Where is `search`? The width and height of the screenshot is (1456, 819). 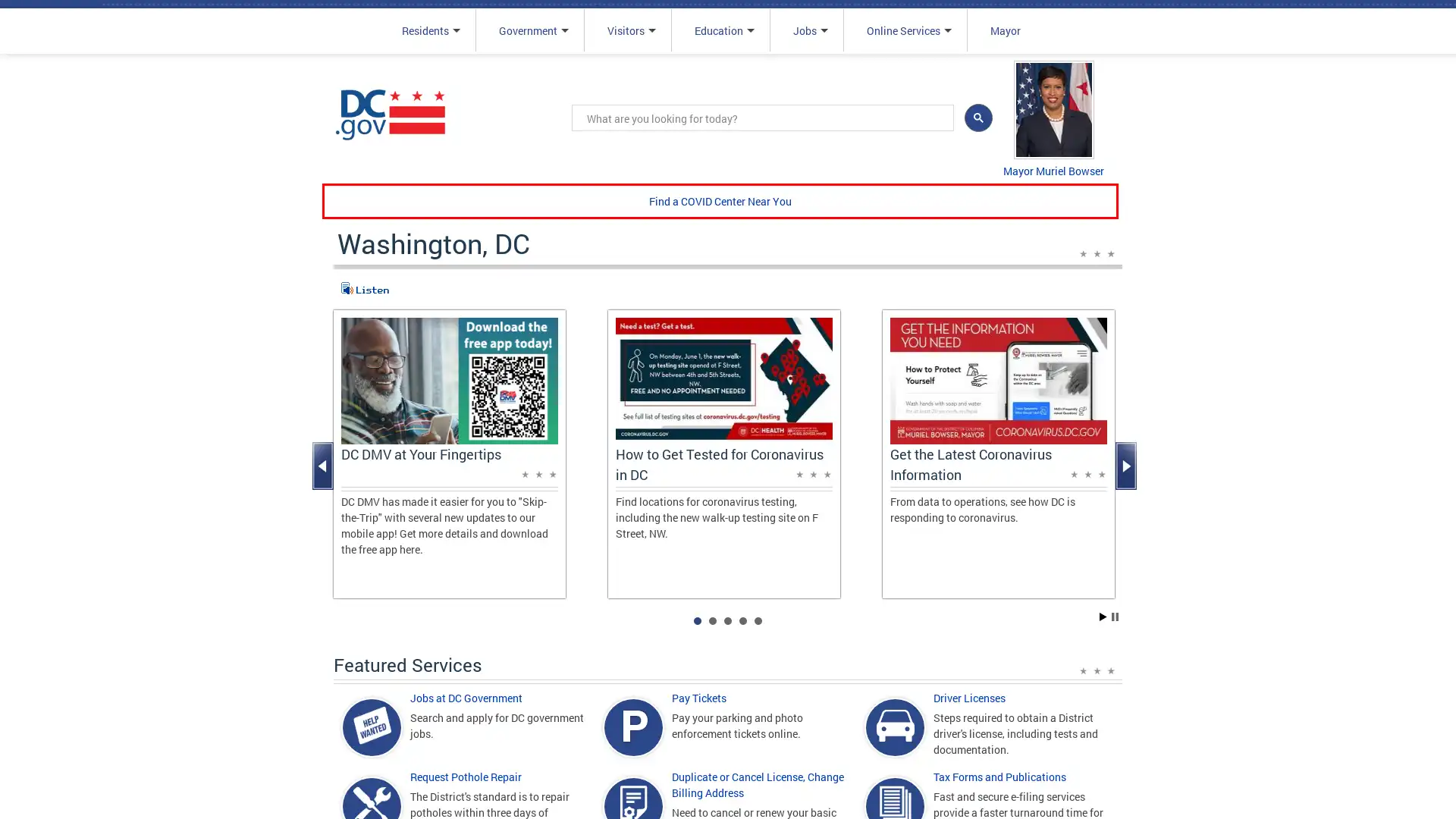
search is located at coordinates (978, 117).